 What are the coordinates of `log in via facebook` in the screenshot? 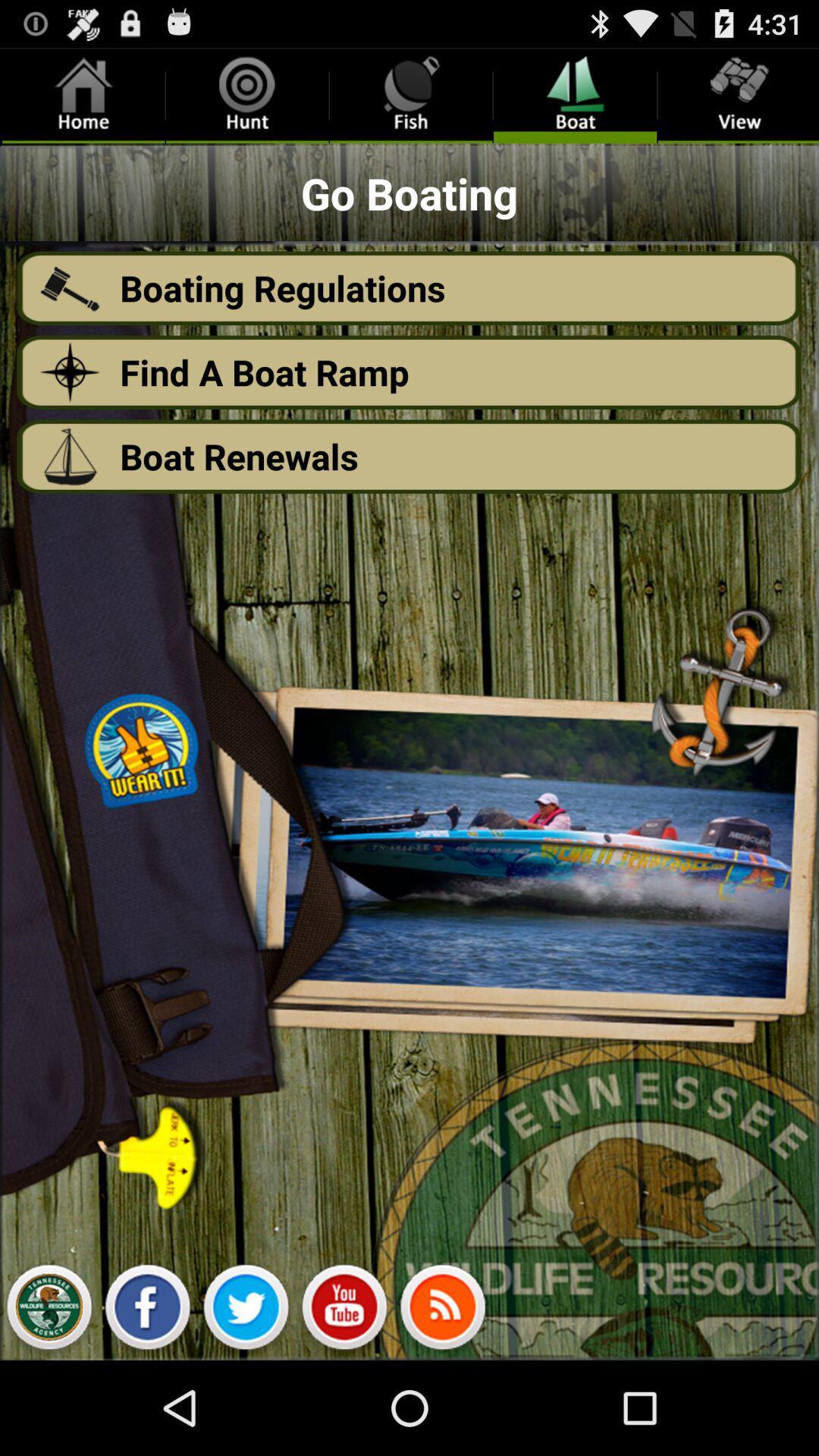 It's located at (147, 1310).